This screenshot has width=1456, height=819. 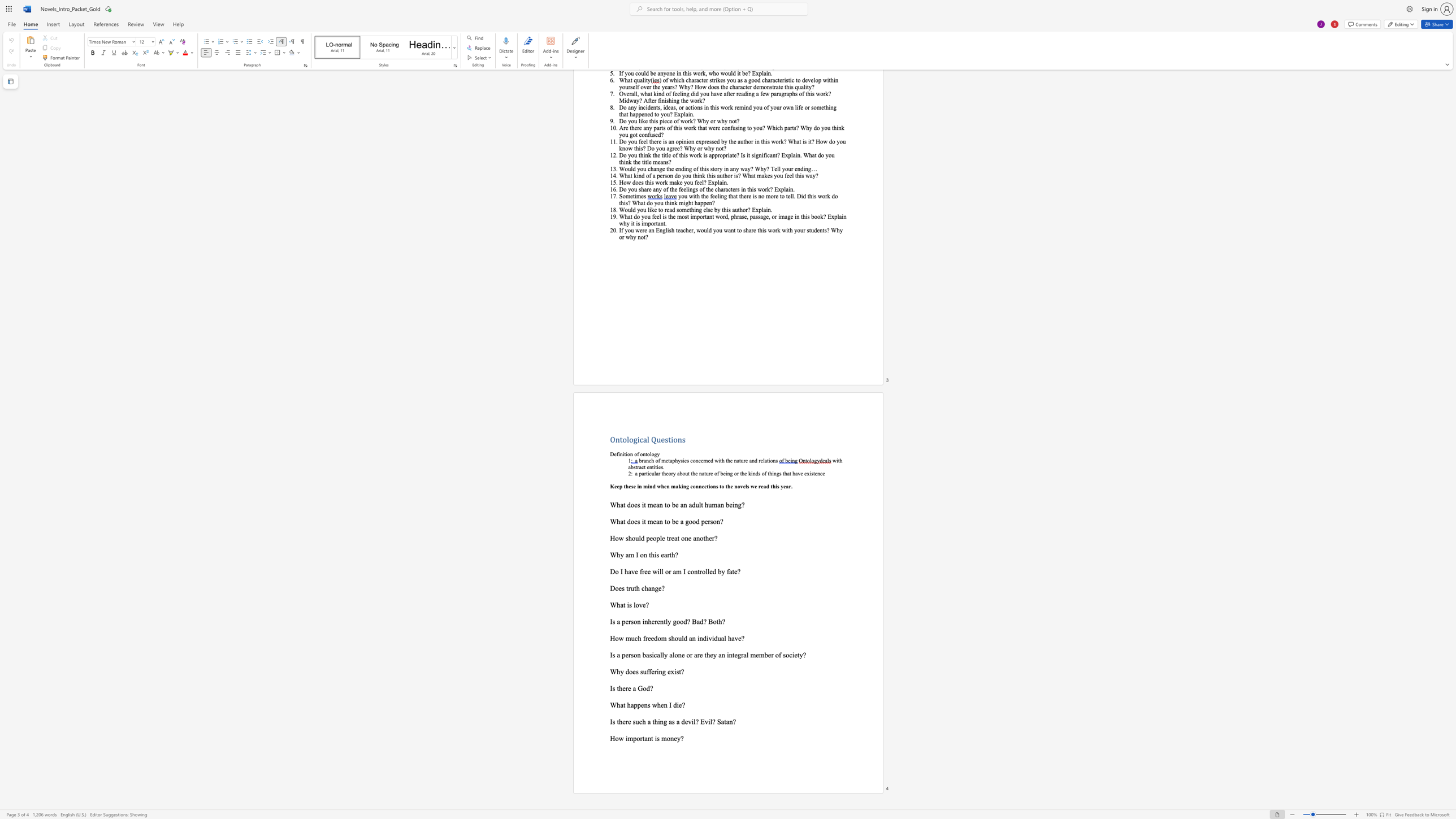 I want to click on the subset text "e in mind when making connec" within the text "Keep these in mind when making connections to the novels we read this year.", so click(x=633, y=486).